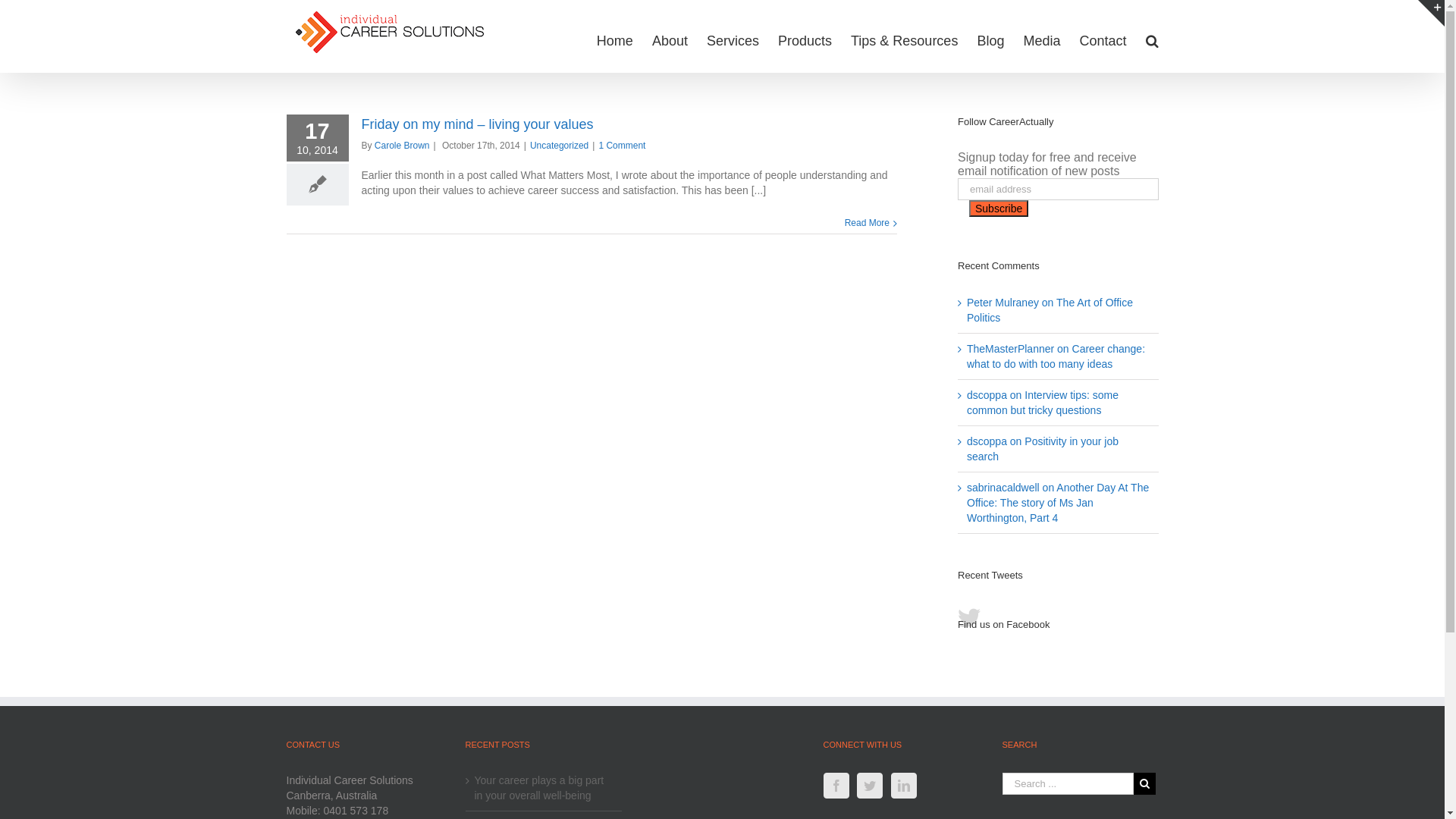 This screenshot has width=1456, height=819. I want to click on 'Uncategorized', so click(558, 146).